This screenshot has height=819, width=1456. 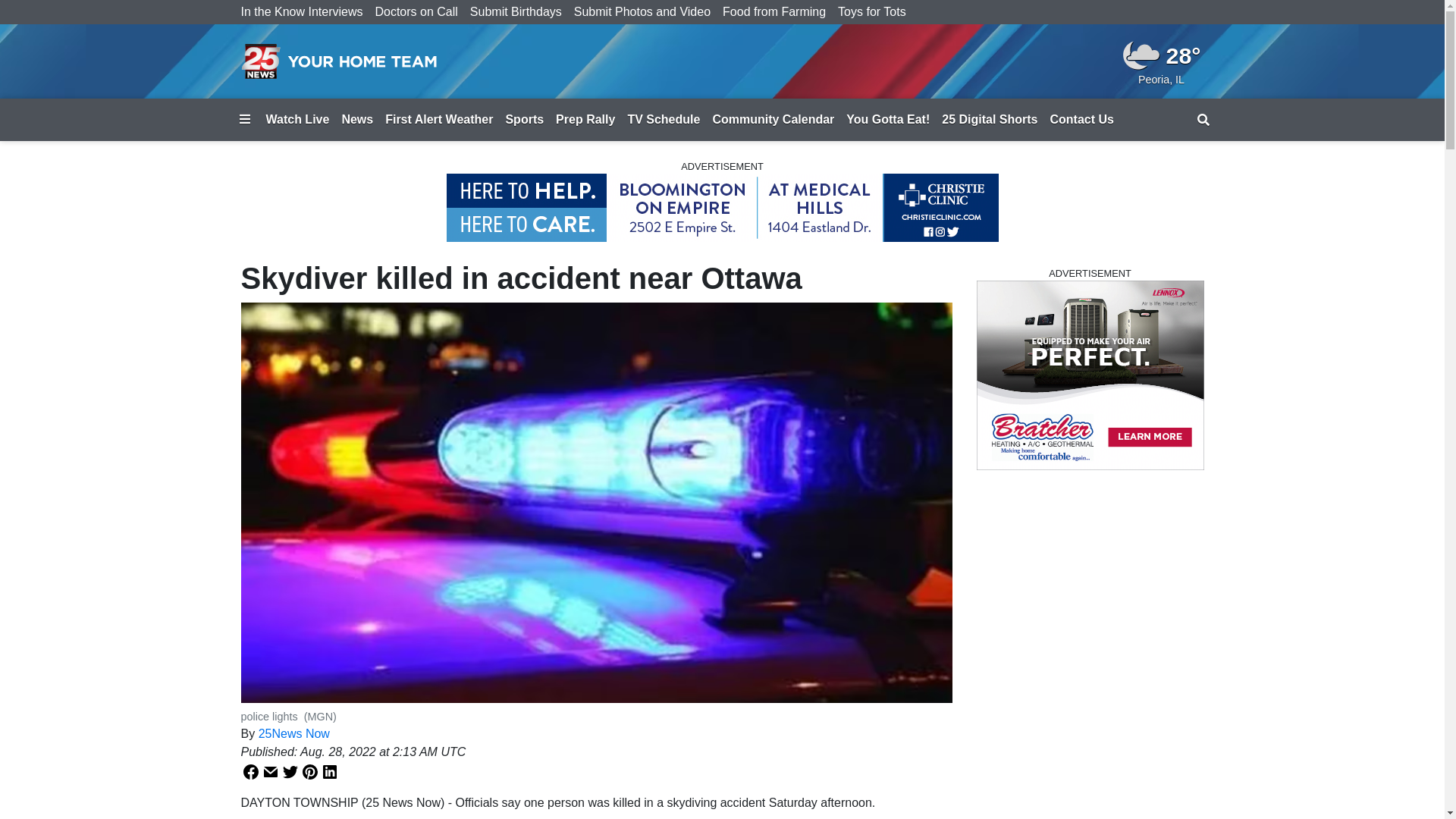 What do you see at coordinates (297, 119) in the screenshot?
I see `'Watch Live'` at bounding box center [297, 119].